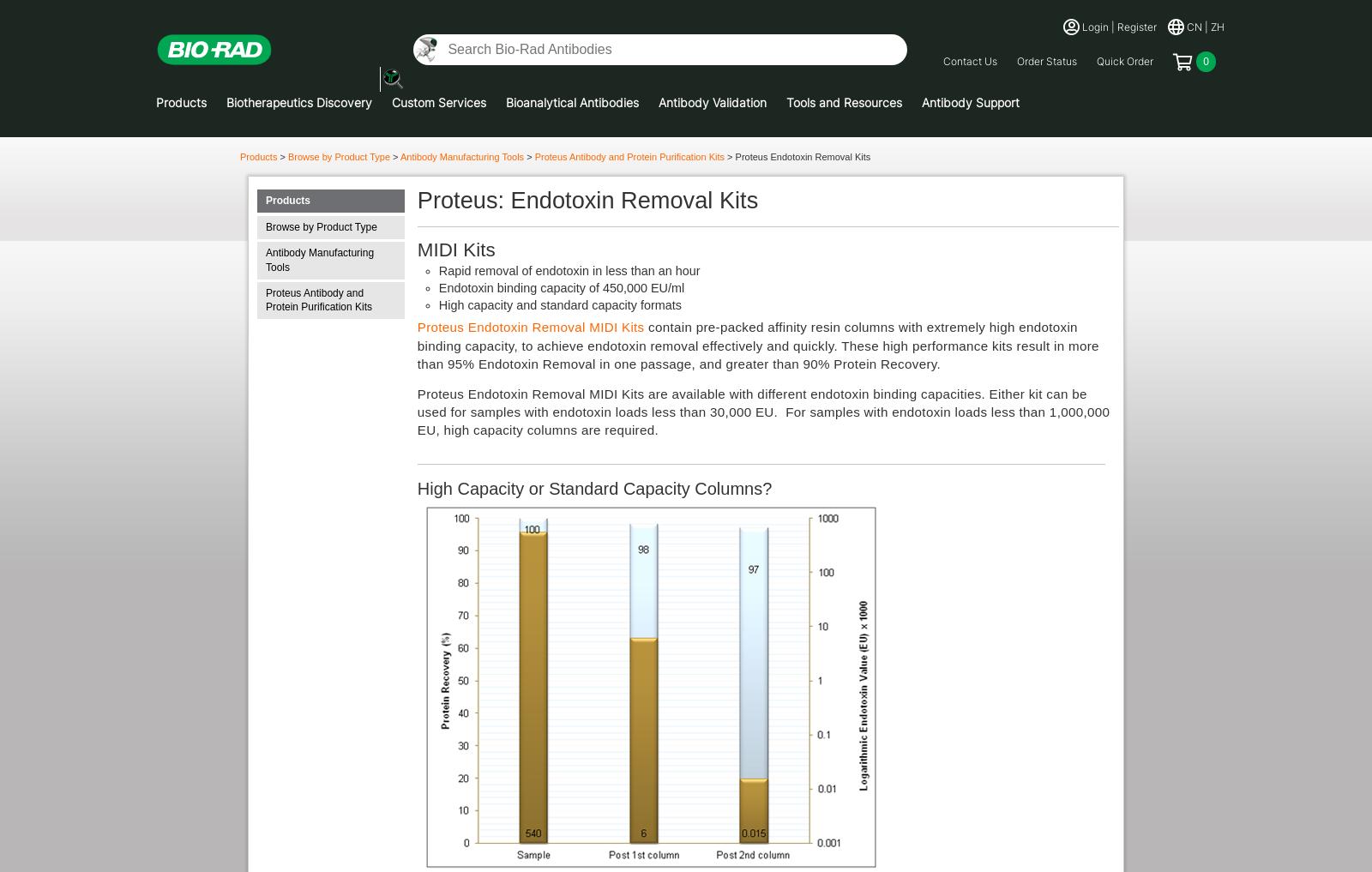 This screenshot has width=1372, height=872. Describe the element at coordinates (1118, 26) in the screenshot. I see `'Login | Register'` at that location.